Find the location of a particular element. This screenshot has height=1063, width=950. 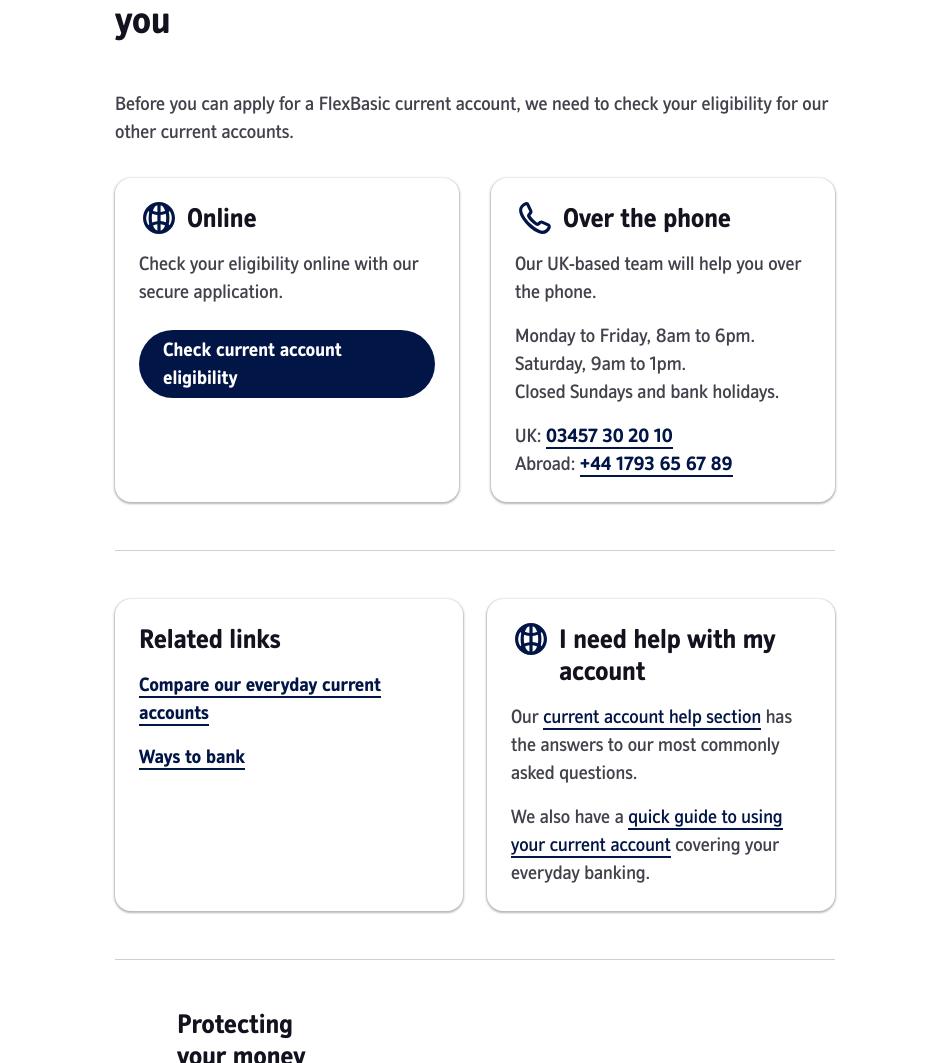

'quick guide to using your current account' is located at coordinates (646, 829).